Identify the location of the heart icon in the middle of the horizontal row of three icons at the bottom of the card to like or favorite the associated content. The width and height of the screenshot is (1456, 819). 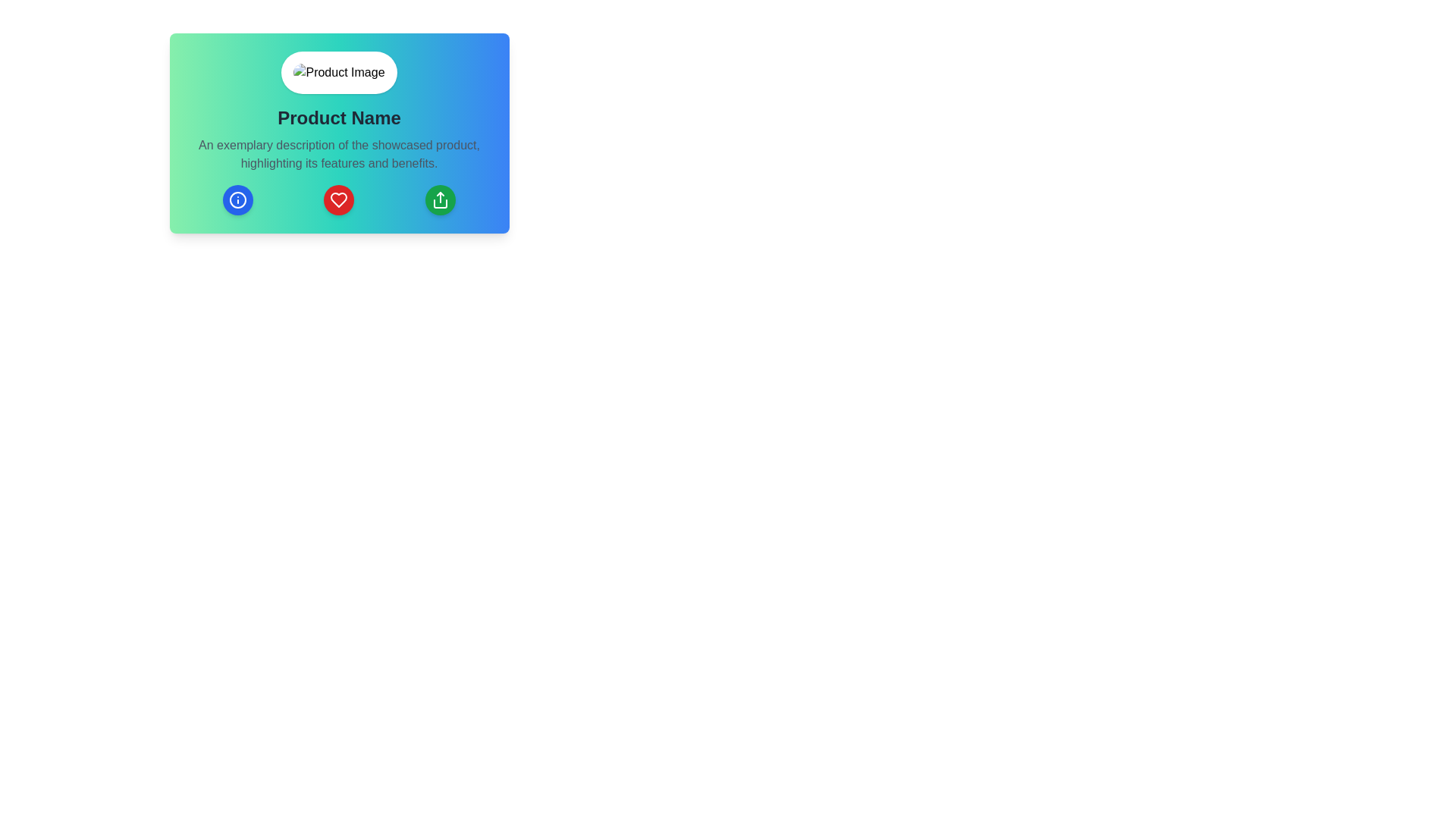
(338, 199).